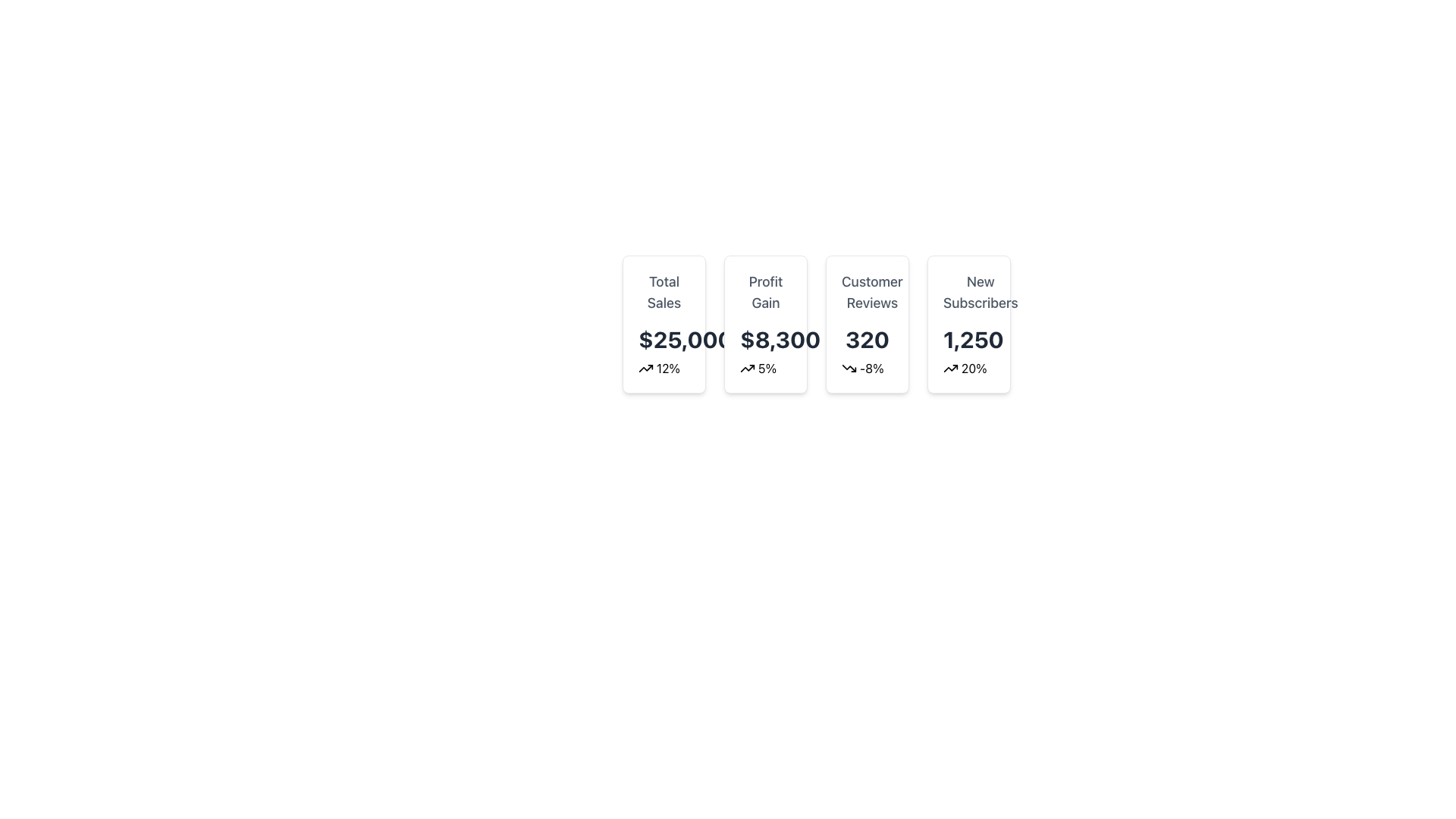  Describe the element at coordinates (848, 369) in the screenshot. I see `the Decorative Icon indicating a downward trend in the 'Customer Reviews' card, which is placed below the numerical value and next to a red color code` at that location.